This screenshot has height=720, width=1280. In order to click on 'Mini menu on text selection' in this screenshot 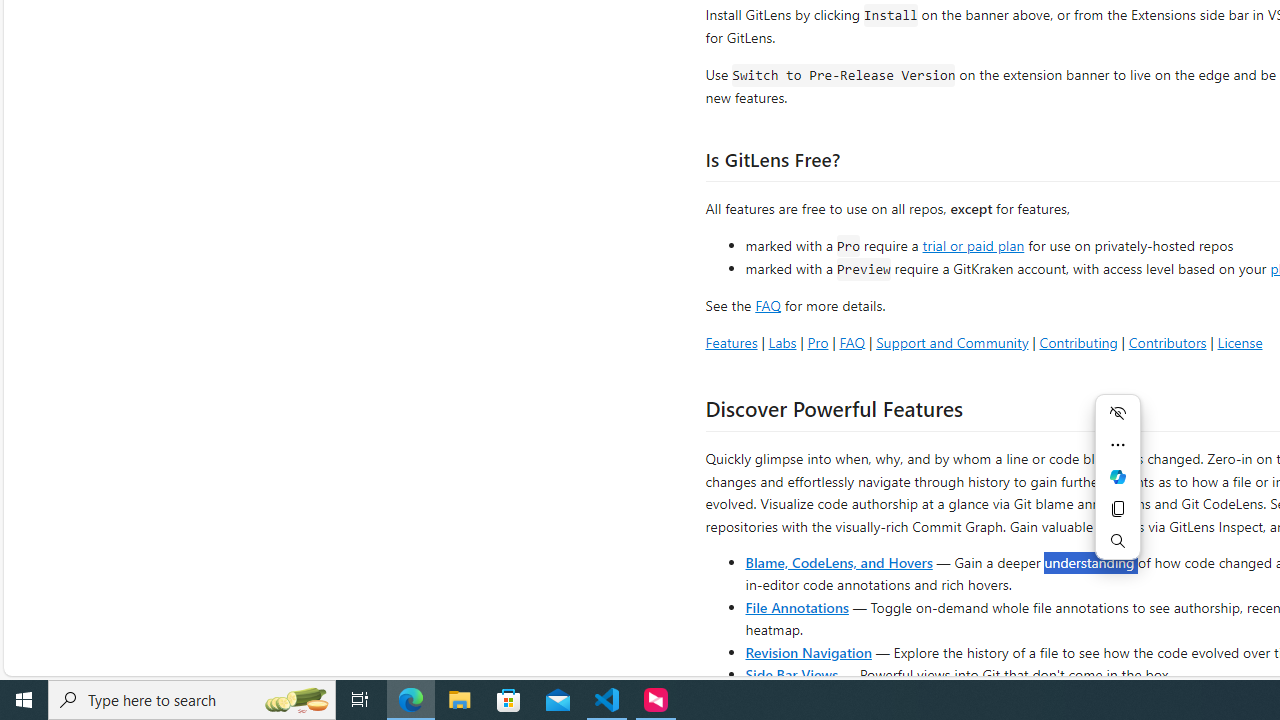, I will do `click(1117, 488)`.